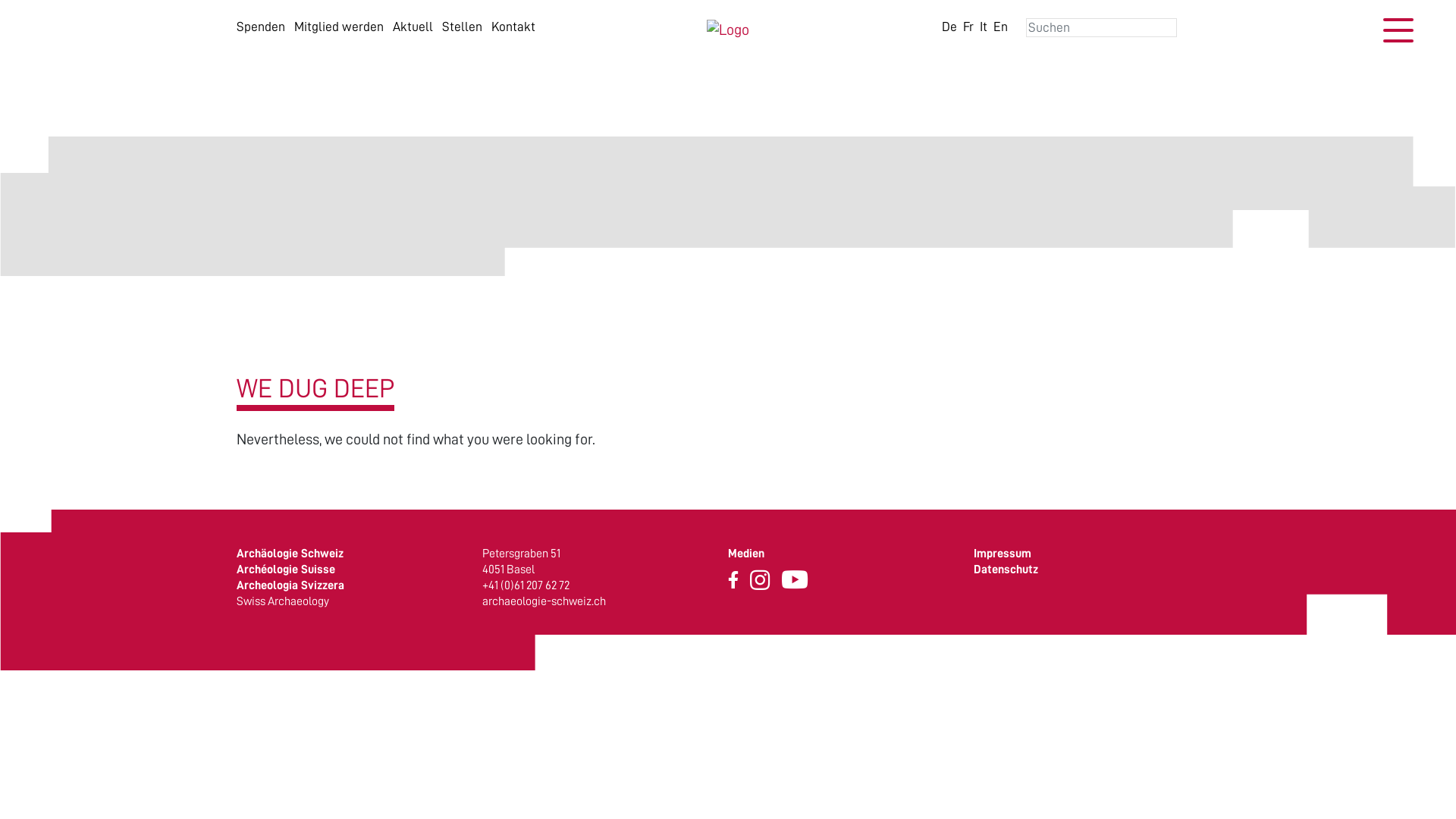  I want to click on 'De', so click(949, 26).